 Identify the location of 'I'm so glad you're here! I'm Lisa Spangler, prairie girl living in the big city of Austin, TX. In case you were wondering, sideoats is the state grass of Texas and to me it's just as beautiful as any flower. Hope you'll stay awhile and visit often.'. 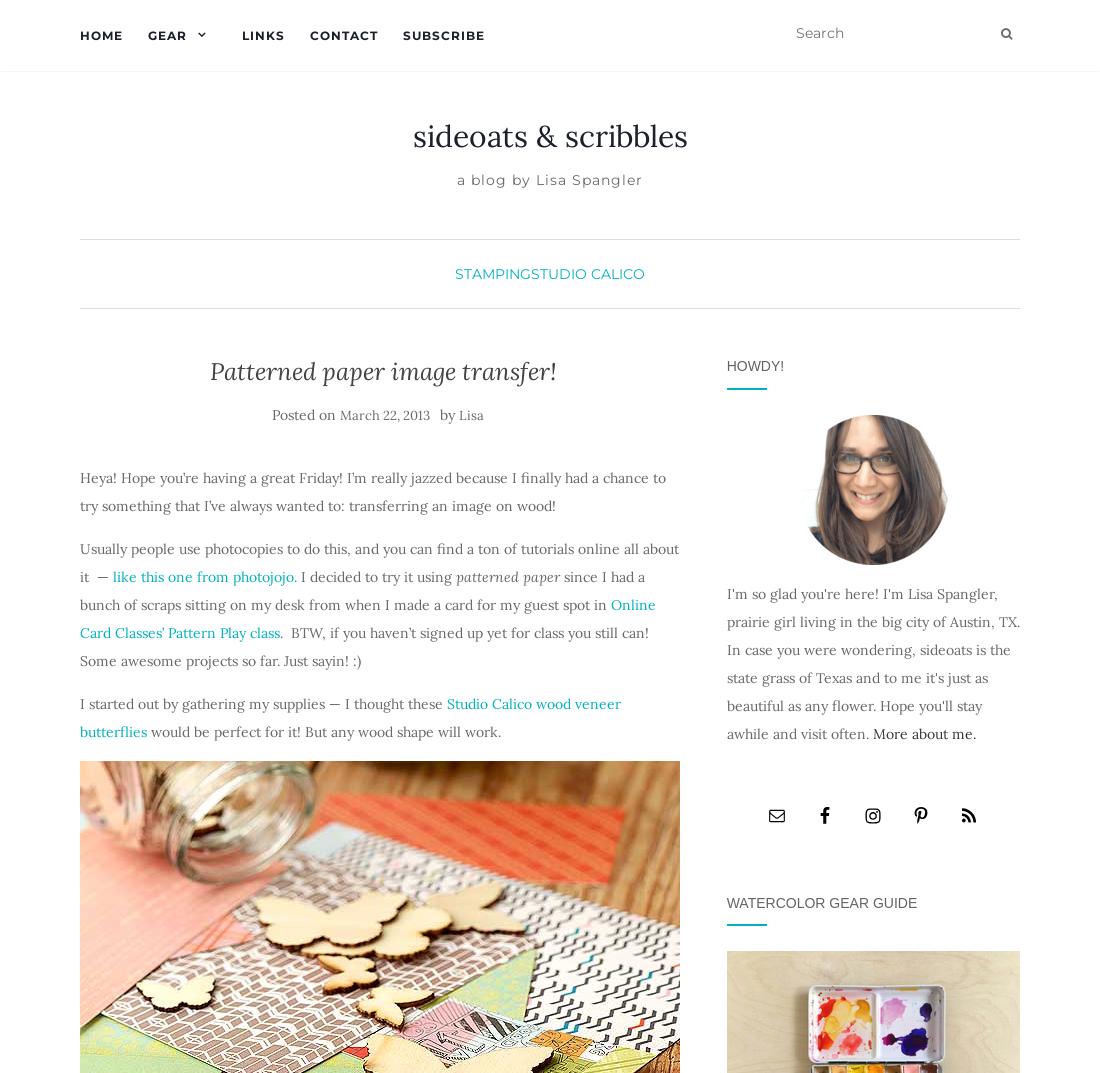
(871, 663).